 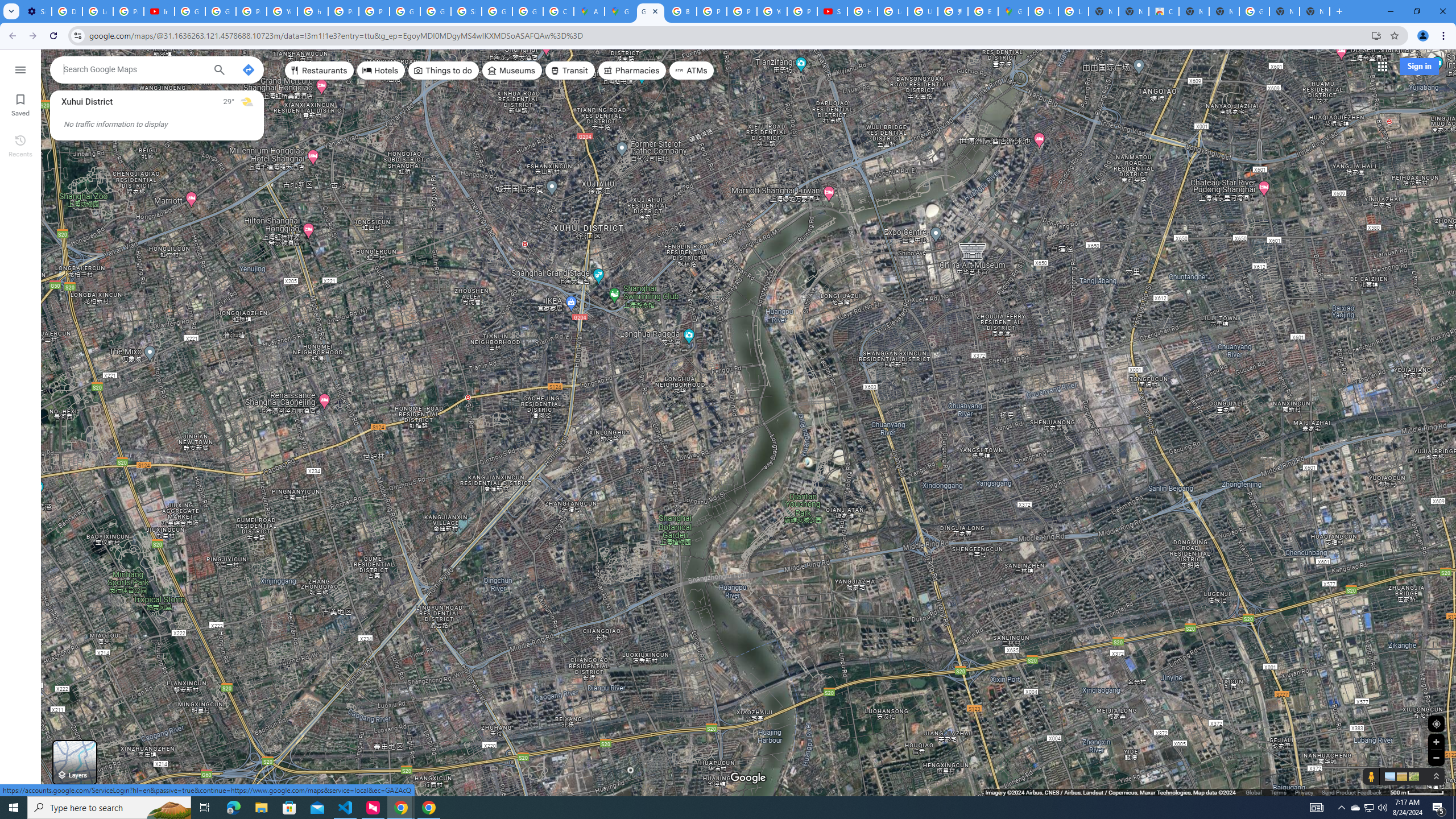 I want to click on 'Things to do', so click(x=442, y=69).